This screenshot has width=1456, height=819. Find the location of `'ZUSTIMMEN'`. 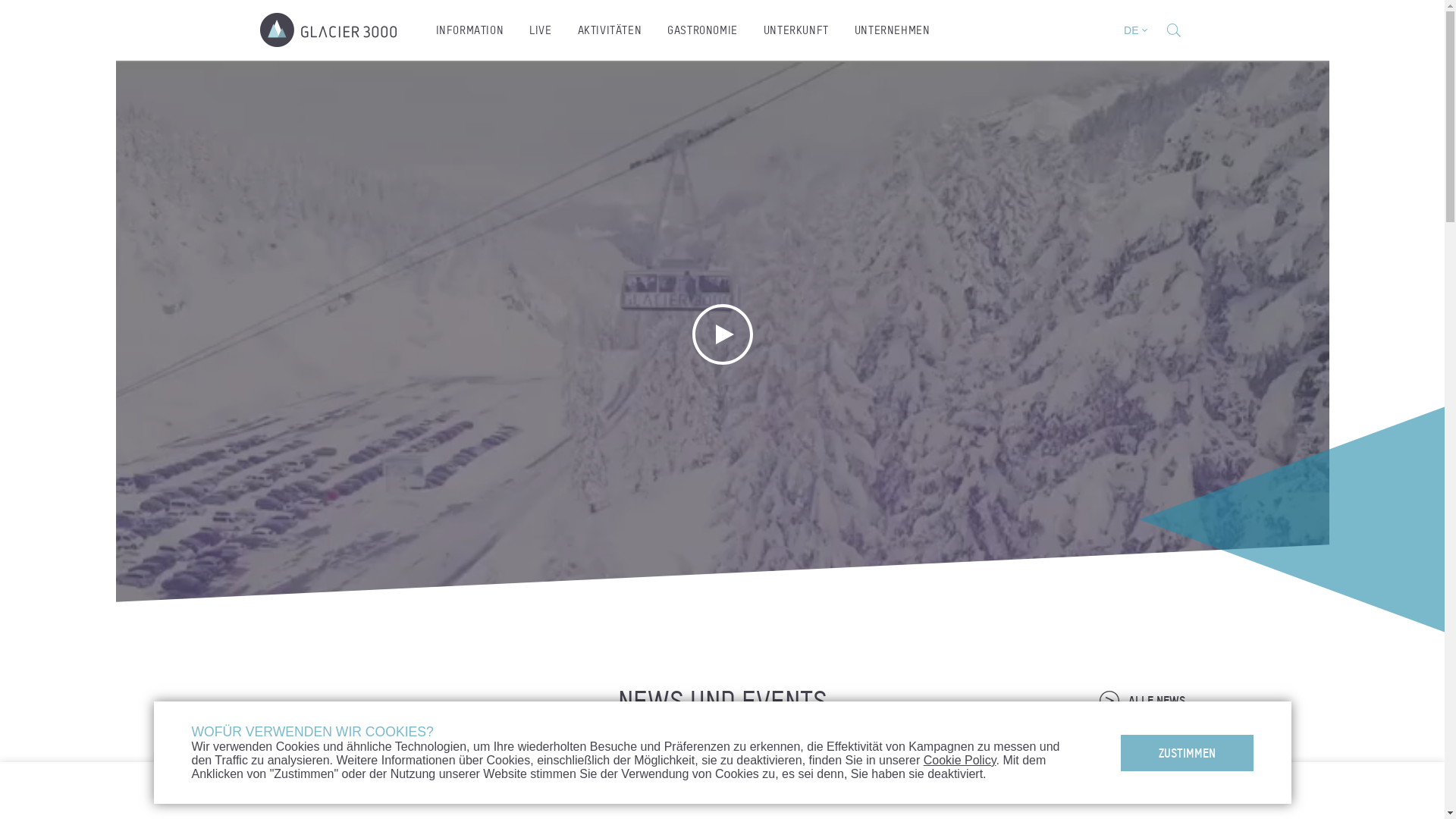

'ZUSTIMMEN' is located at coordinates (1121, 752).